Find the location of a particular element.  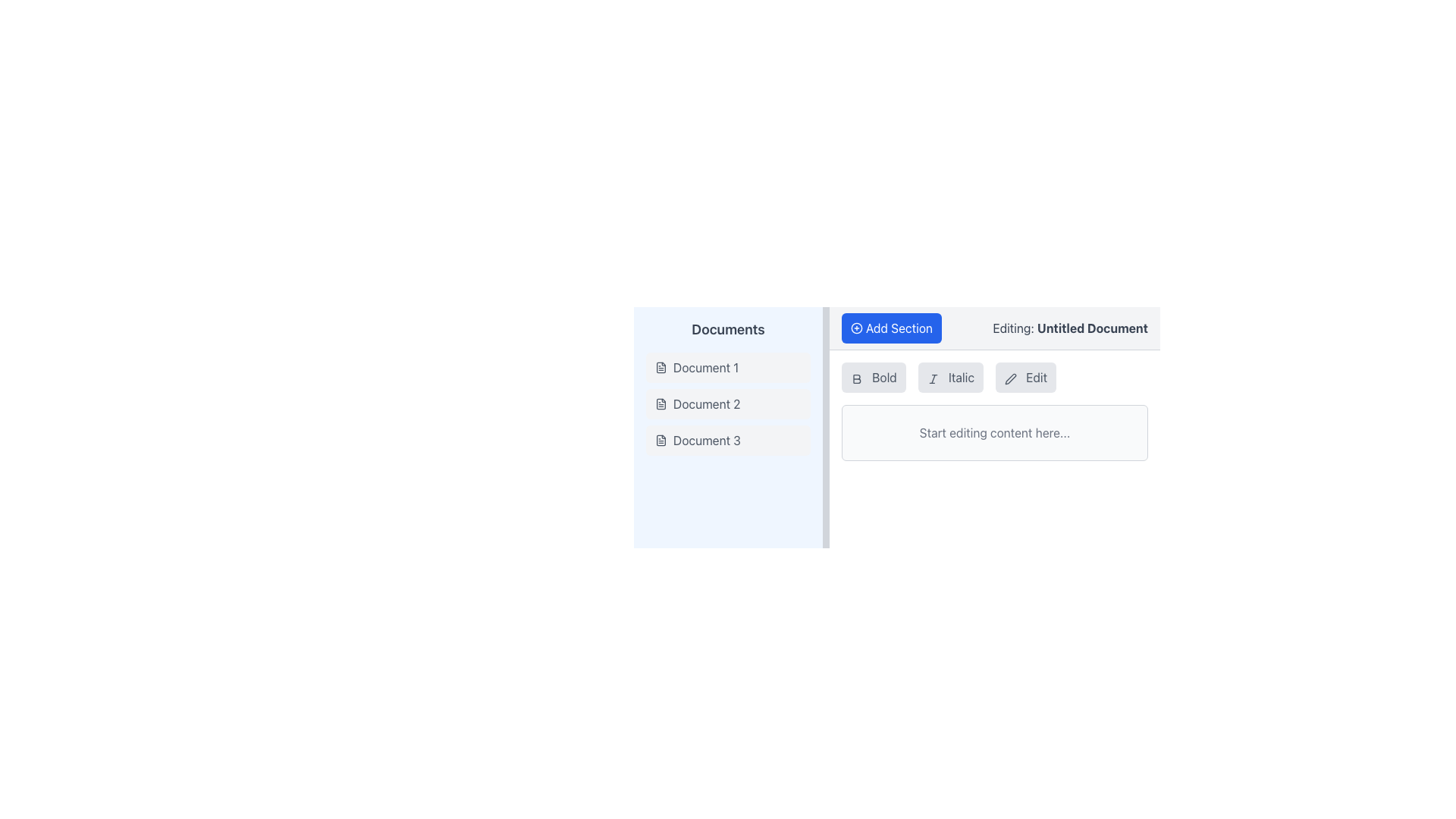

the button that allows users to add a new section to their document, located to the left of 'Editing: Untitled Document' is located at coordinates (892, 327).